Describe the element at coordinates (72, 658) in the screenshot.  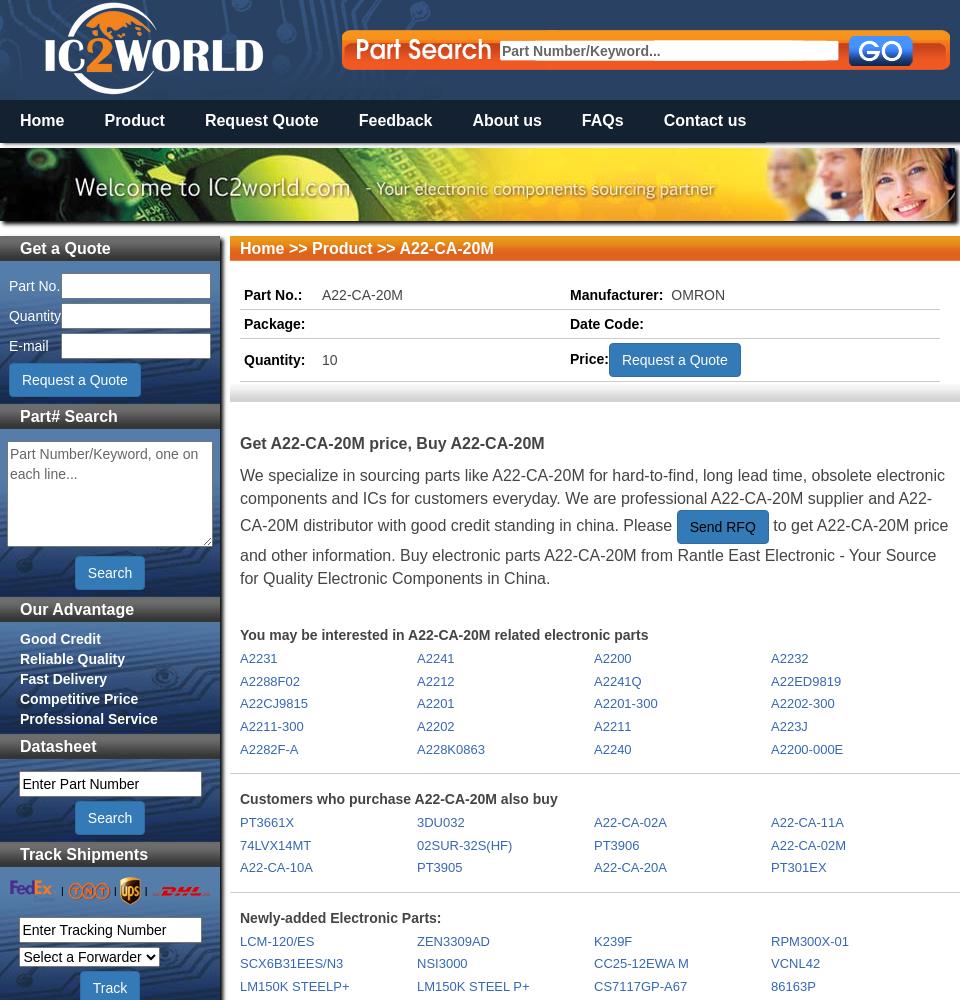
I see `'Reliable Quality'` at that location.